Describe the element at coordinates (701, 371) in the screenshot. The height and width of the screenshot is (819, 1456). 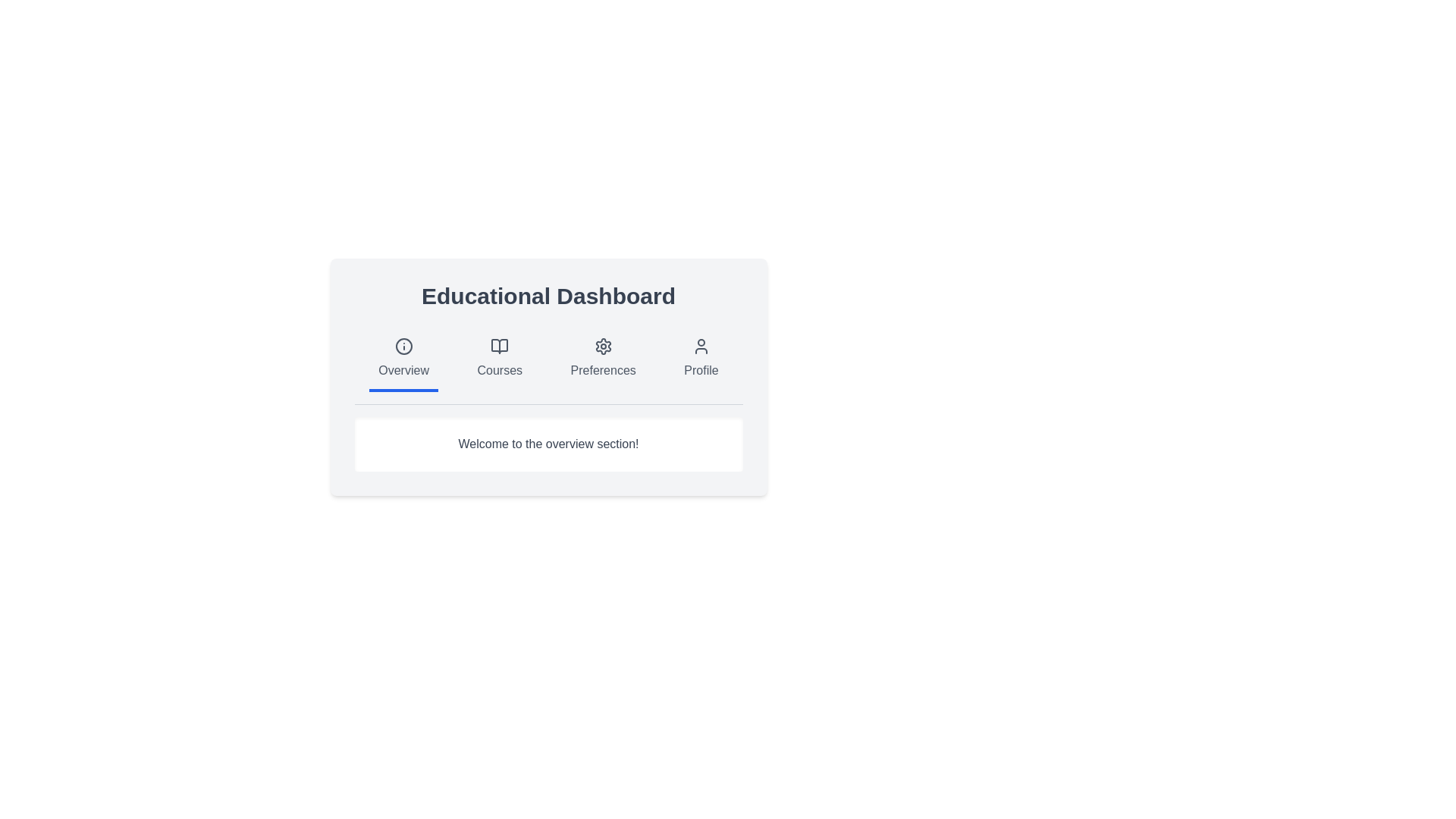
I see `the 'Profile' text label, which is styled in subtle gray and located beneath a user silhouette icon in the top center navigation menu` at that location.